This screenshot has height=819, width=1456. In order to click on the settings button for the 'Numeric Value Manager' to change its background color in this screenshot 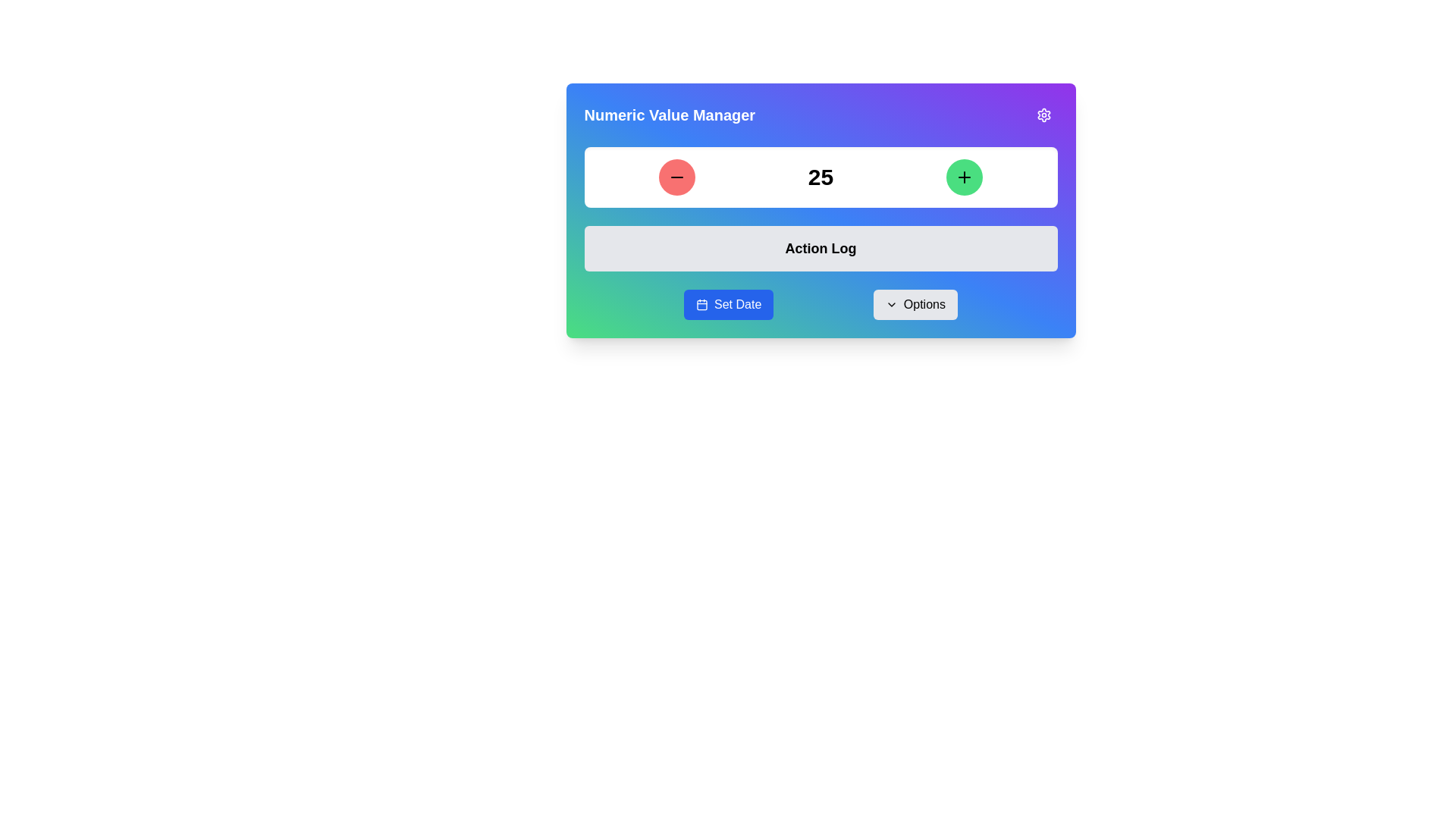, I will do `click(1043, 114)`.